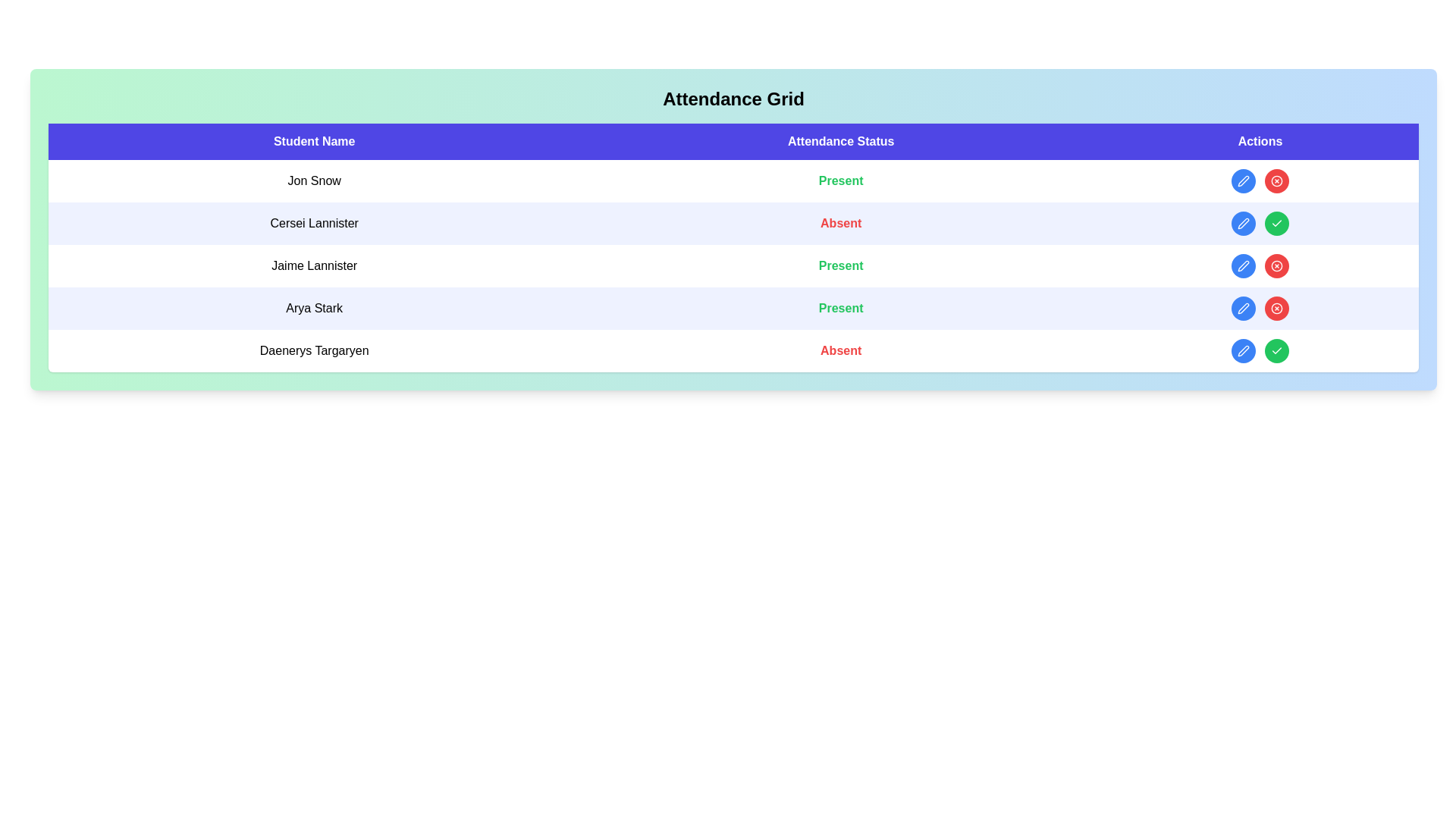 Image resolution: width=1456 pixels, height=819 pixels. Describe the element at coordinates (1244, 350) in the screenshot. I see `edit button for the student identified by Daenerys Targaryen` at that location.